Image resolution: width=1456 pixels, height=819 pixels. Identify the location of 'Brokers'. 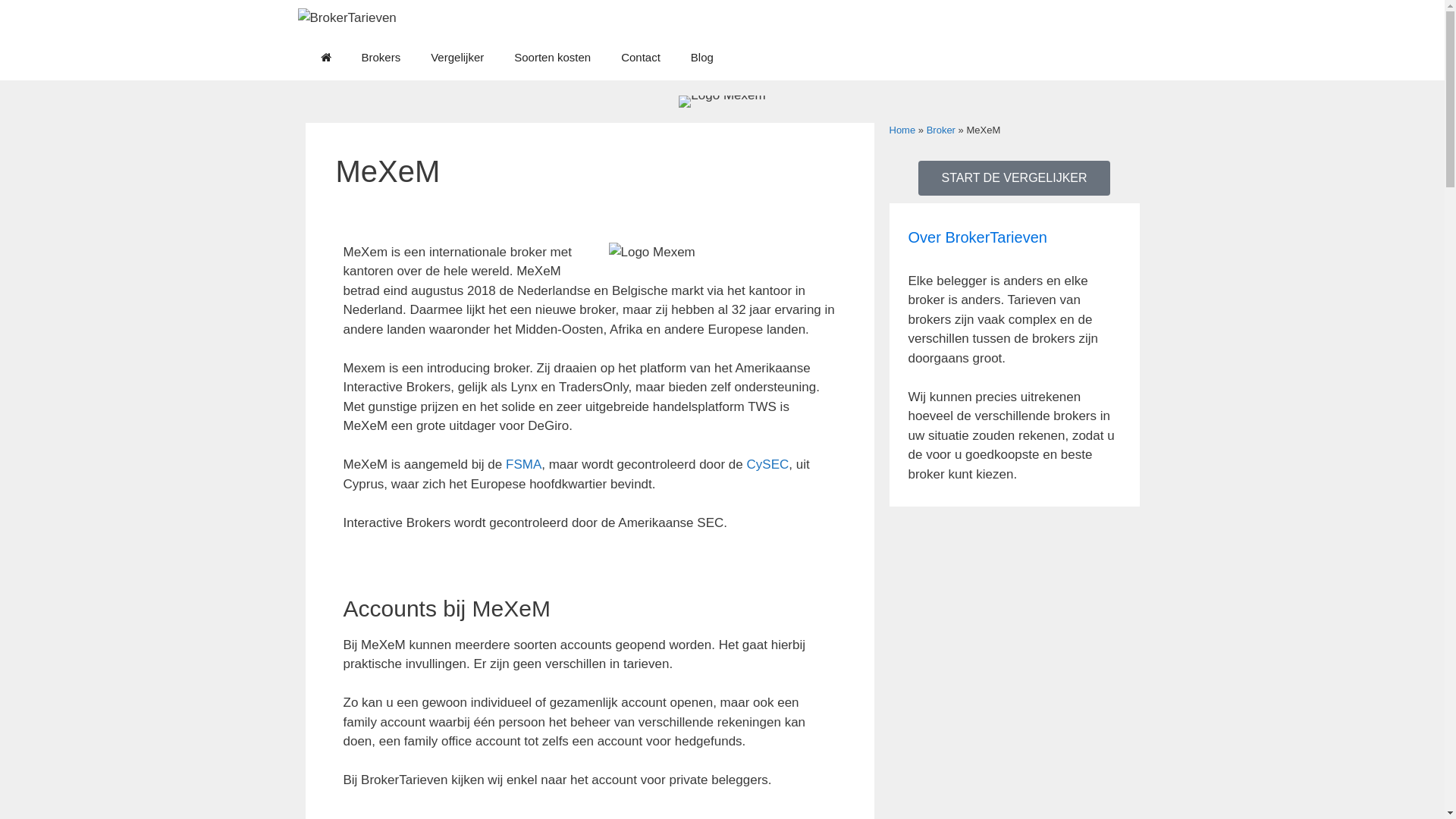
(381, 57).